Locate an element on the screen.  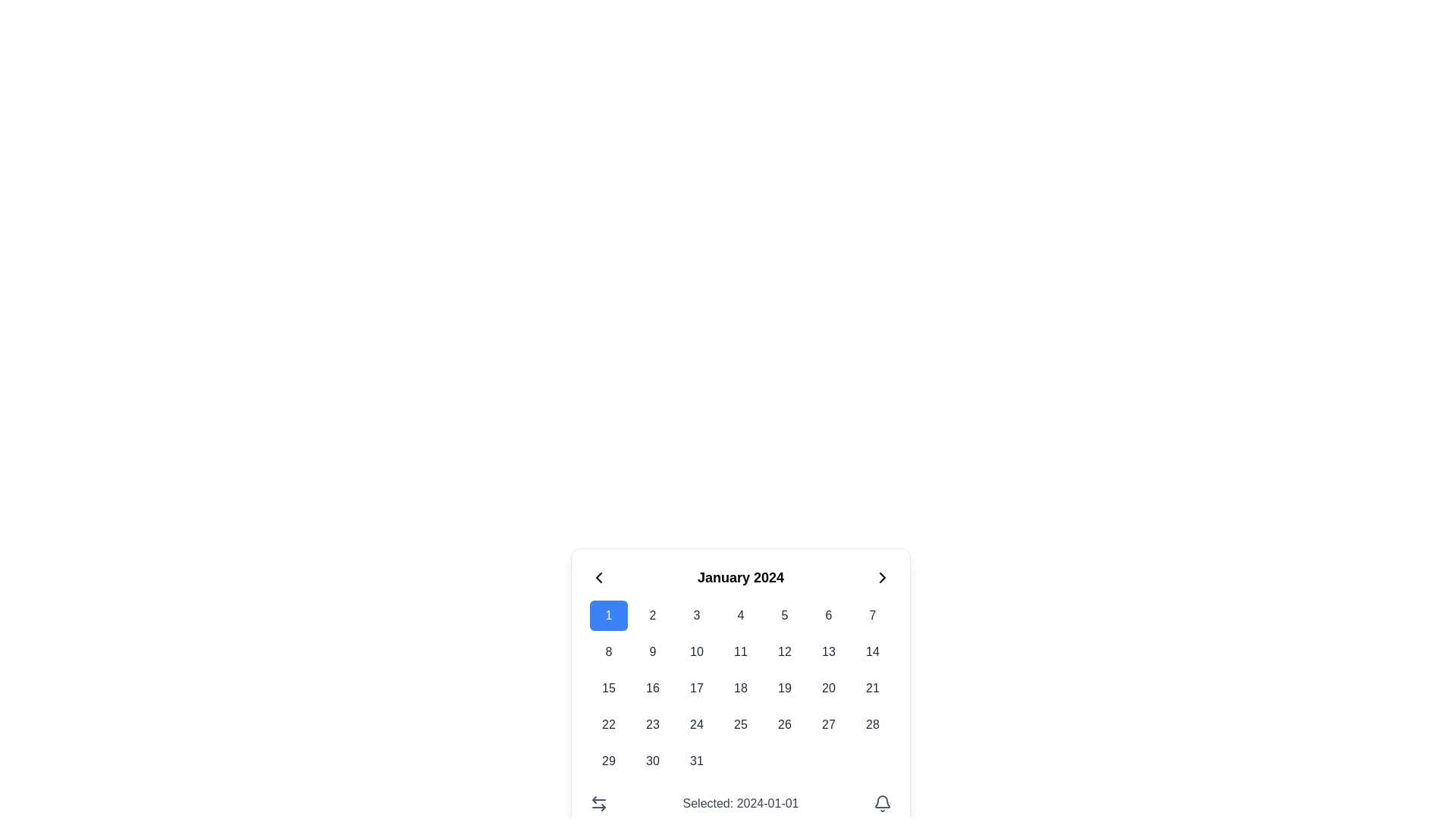
the calendar day button representing the number '18', which has a dark gray text color and a hover effect that changes its background color to gray is located at coordinates (741, 688).